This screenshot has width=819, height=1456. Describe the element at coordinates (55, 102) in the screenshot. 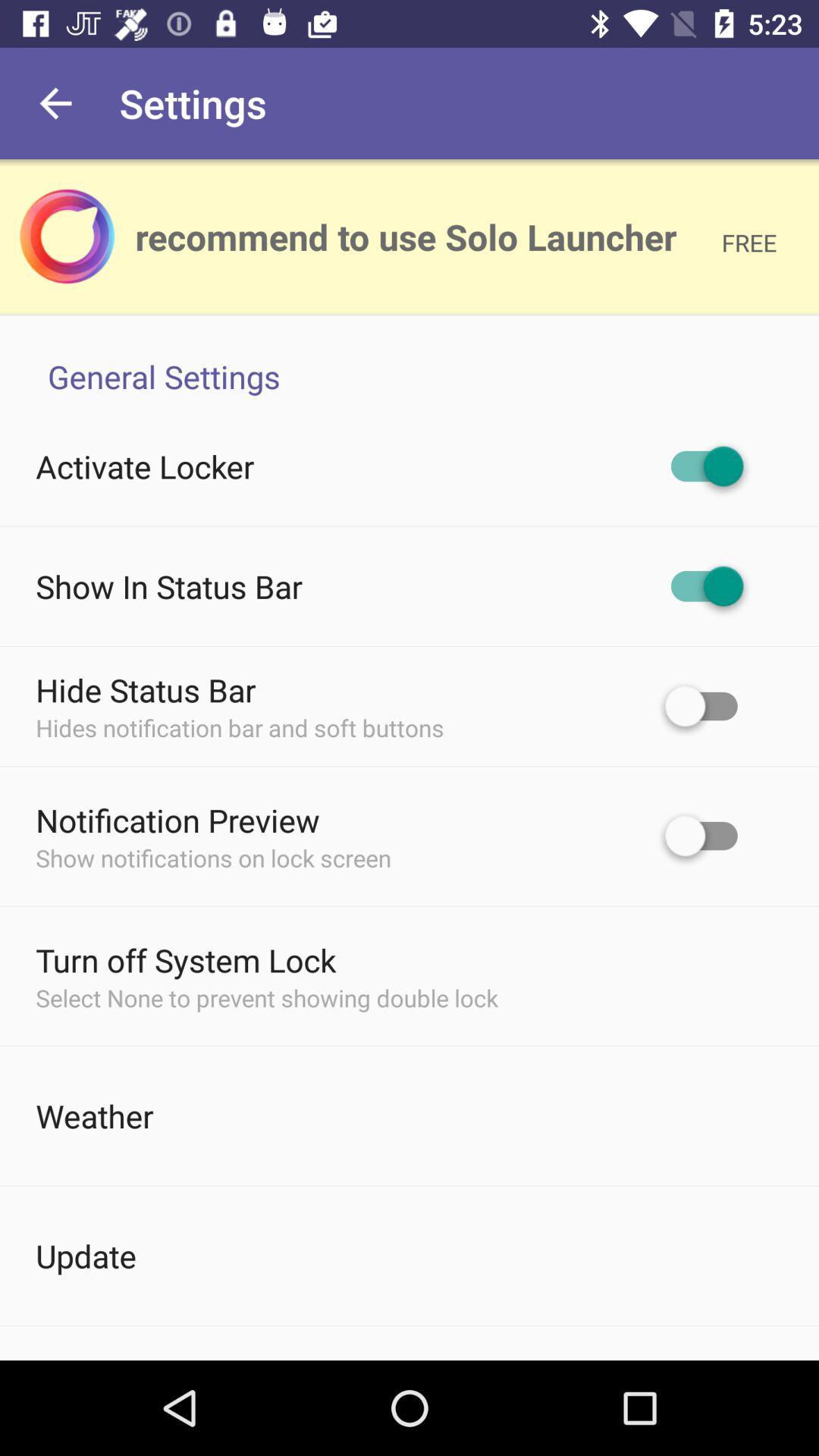

I see `the icon next to settings icon` at that location.